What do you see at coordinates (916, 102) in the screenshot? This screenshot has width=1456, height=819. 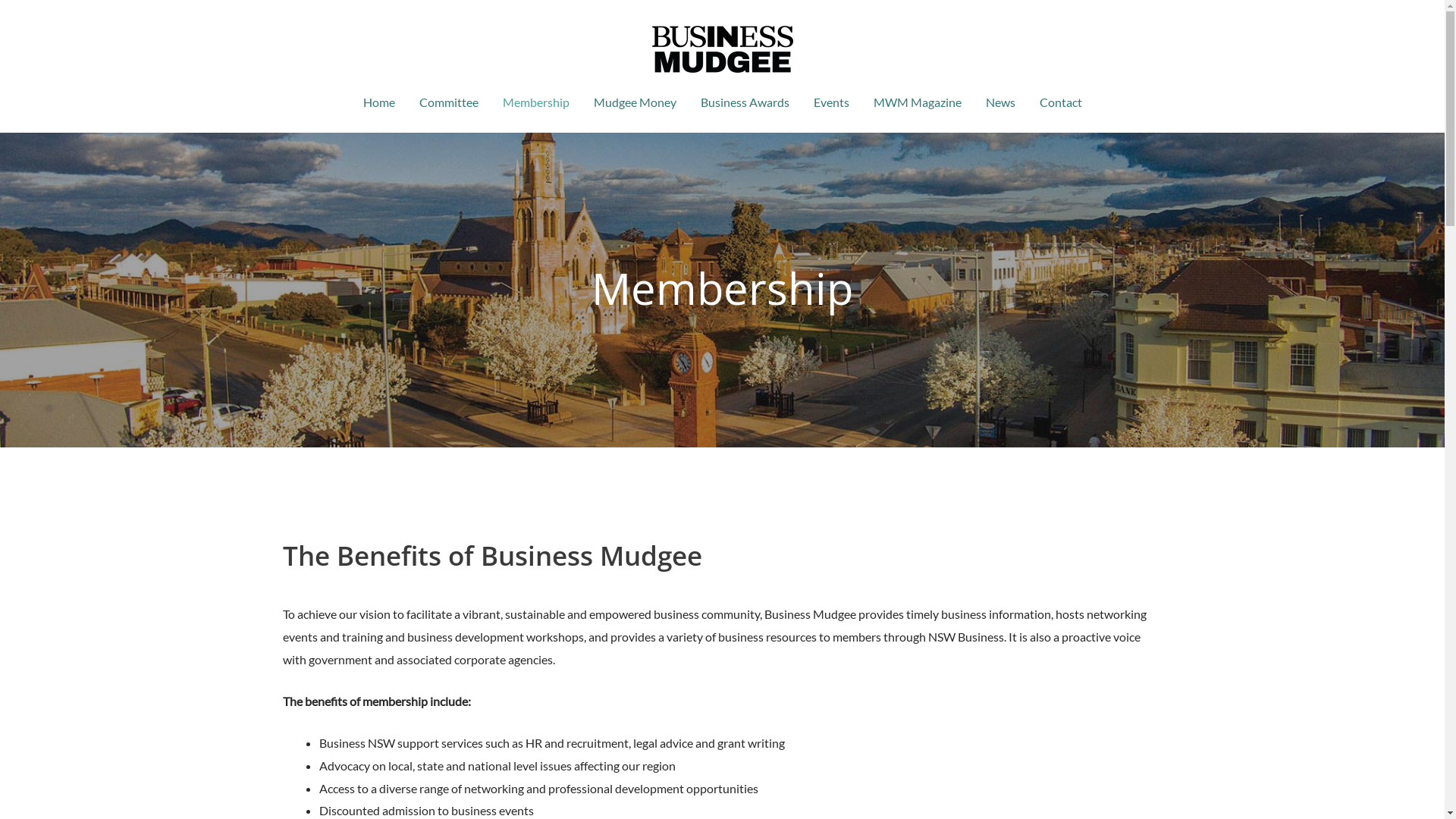 I see `'MWM Magazine'` at bounding box center [916, 102].